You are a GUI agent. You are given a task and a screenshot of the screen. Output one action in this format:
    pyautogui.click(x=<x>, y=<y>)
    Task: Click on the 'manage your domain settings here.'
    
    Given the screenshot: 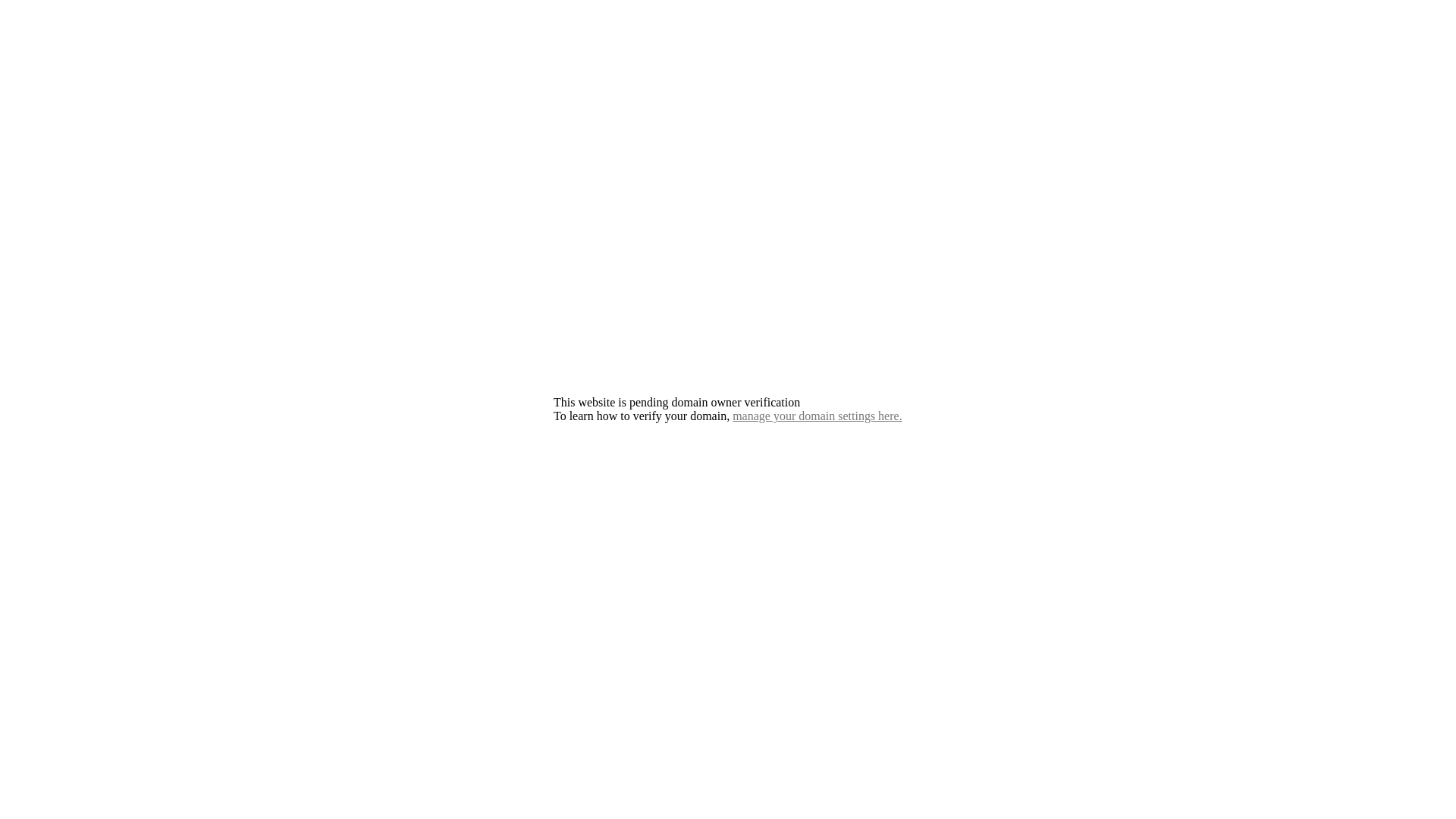 What is the action you would take?
    pyautogui.click(x=817, y=416)
    